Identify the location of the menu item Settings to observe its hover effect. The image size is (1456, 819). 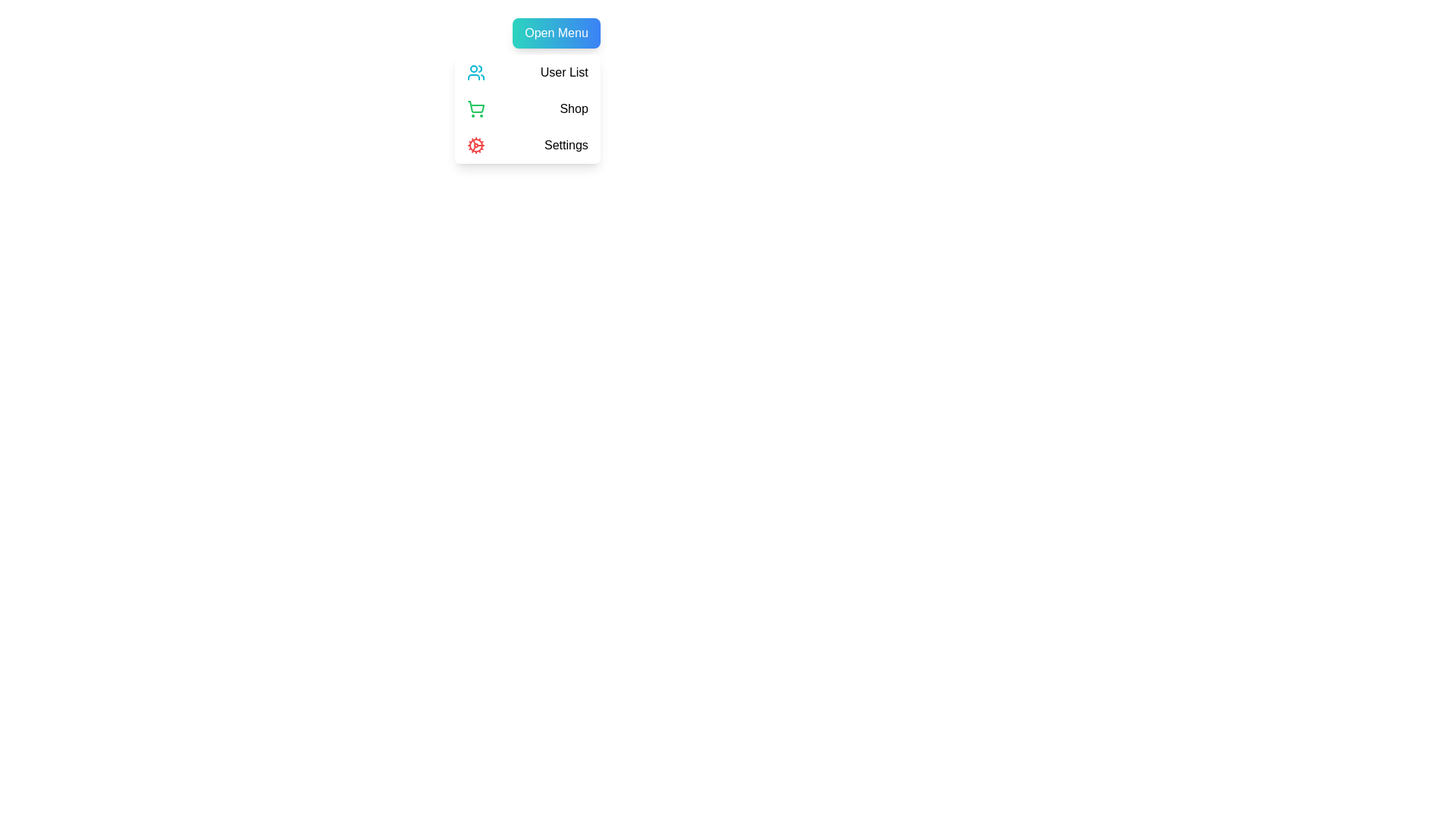
(527, 146).